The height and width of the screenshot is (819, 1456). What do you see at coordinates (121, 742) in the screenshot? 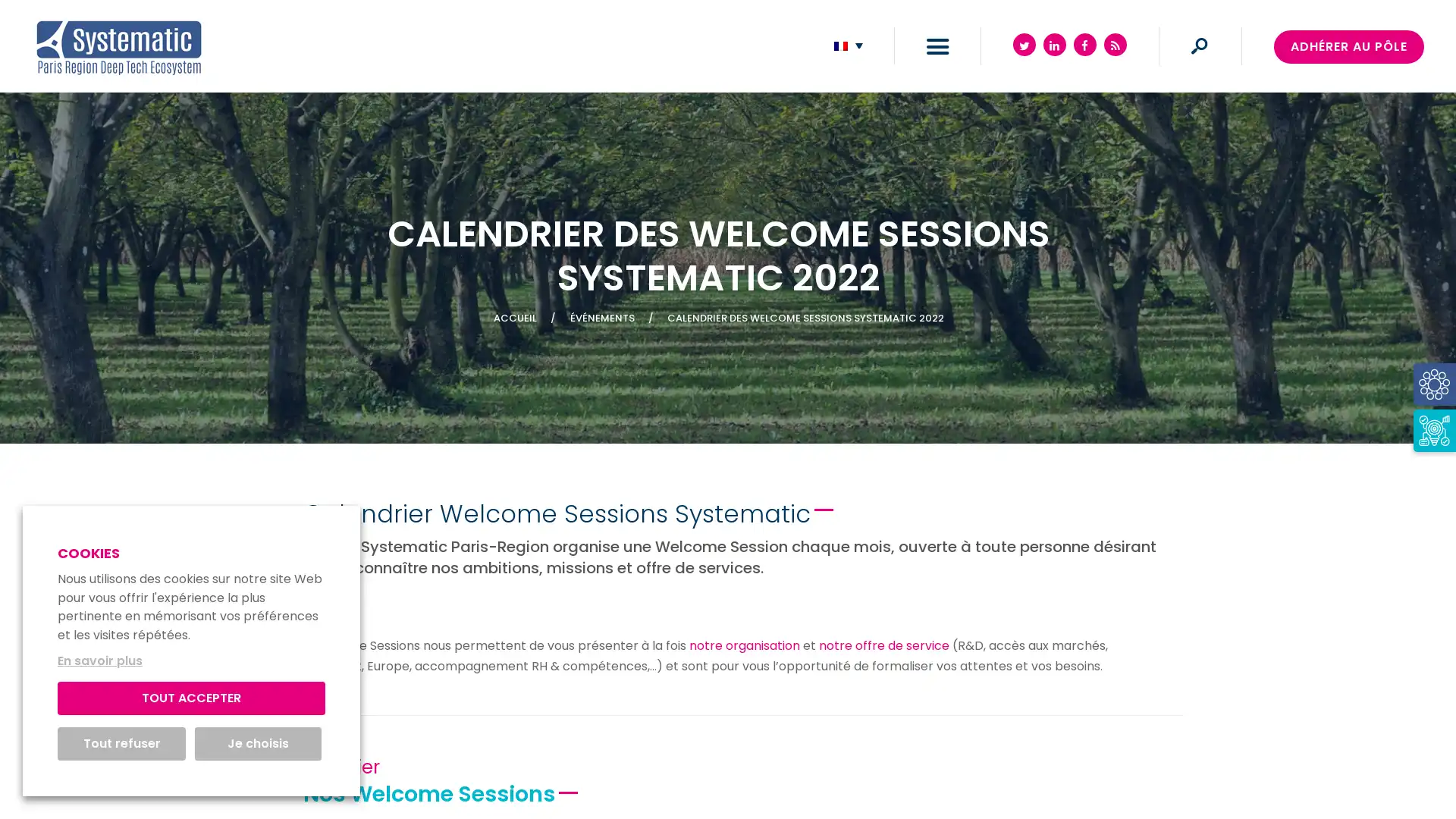
I see `Tout refuser` at bounding box center [121, 742].